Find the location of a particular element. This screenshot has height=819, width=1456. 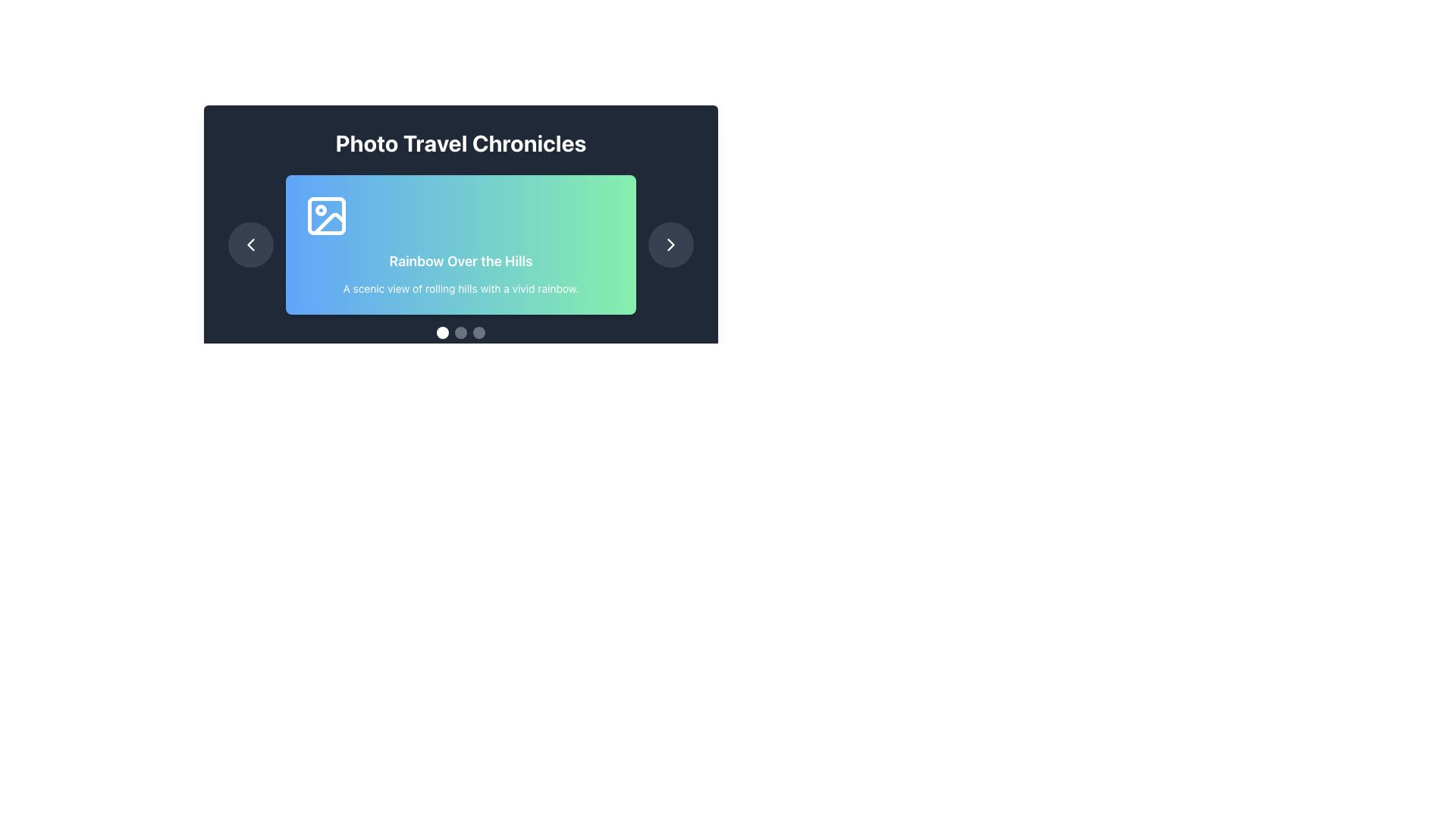

the last circular navigation indicator at the bottom center of the panel to jump to the corresponding slide is located at coordinates (479, 332).